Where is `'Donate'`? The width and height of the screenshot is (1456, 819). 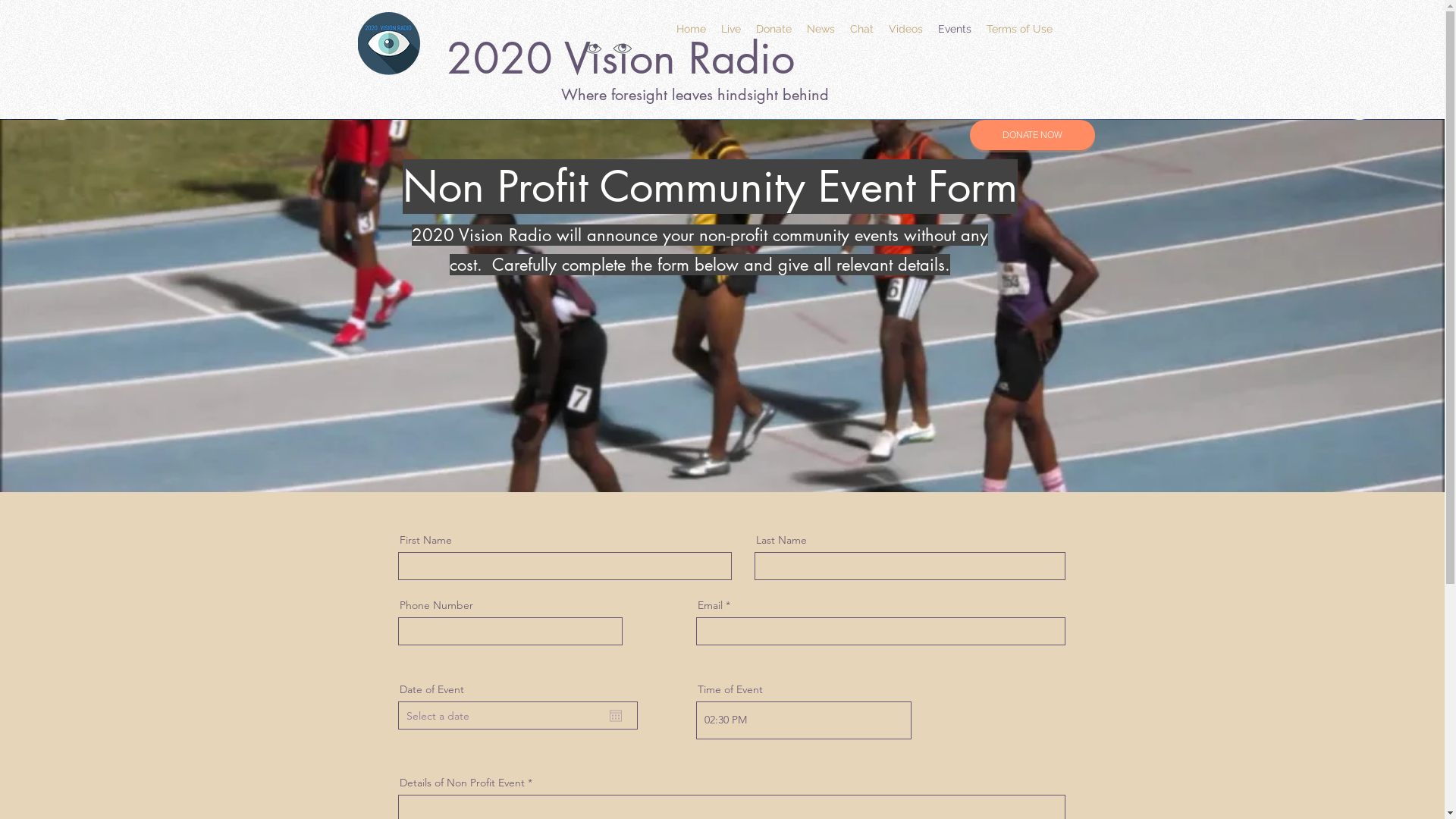 'Donate' is located at coordinates (773, 29).